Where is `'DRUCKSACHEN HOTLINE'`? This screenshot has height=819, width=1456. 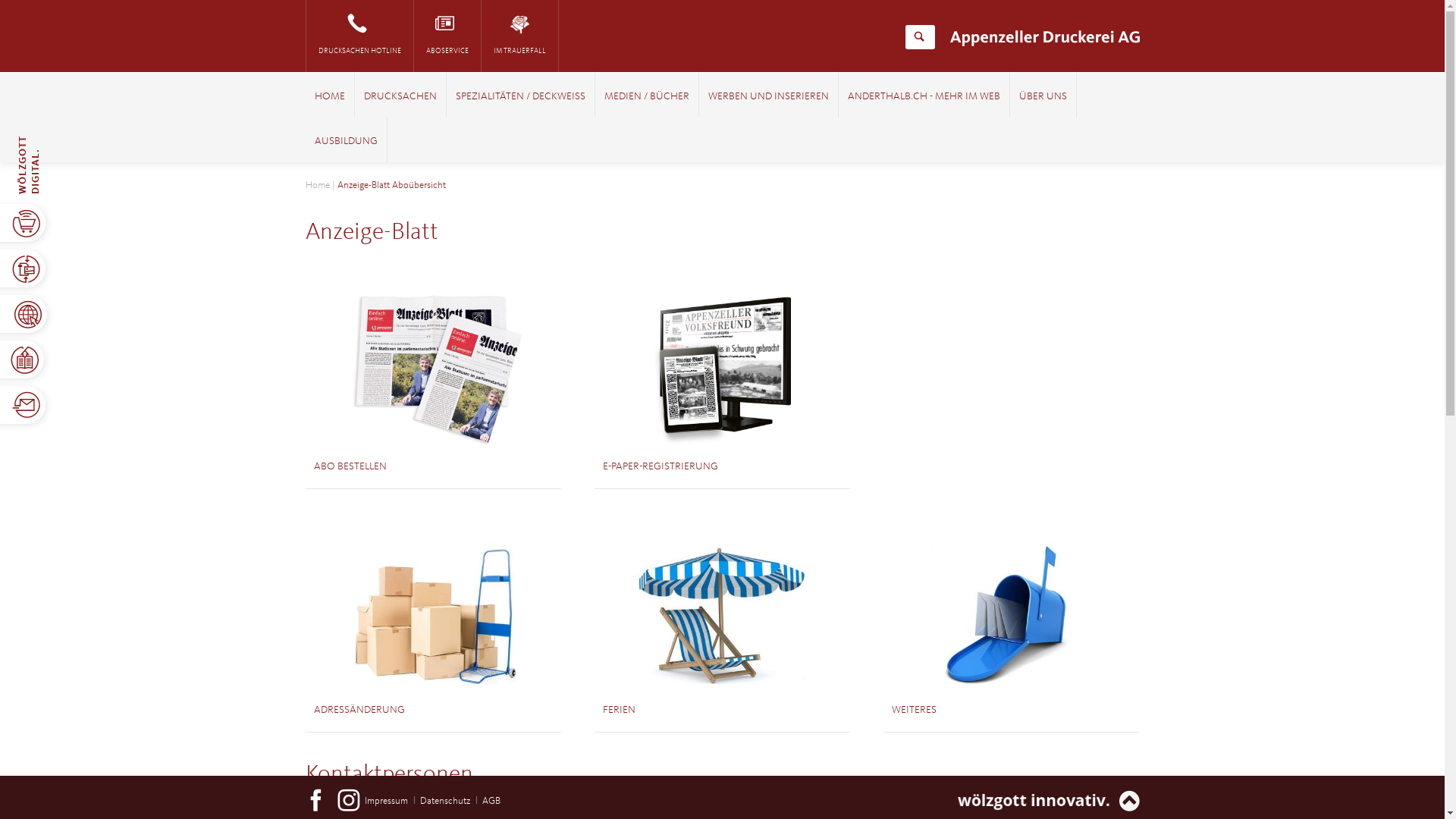
'DRUCKSACHEN HOTLINE' is located at coordinates (359, 35).